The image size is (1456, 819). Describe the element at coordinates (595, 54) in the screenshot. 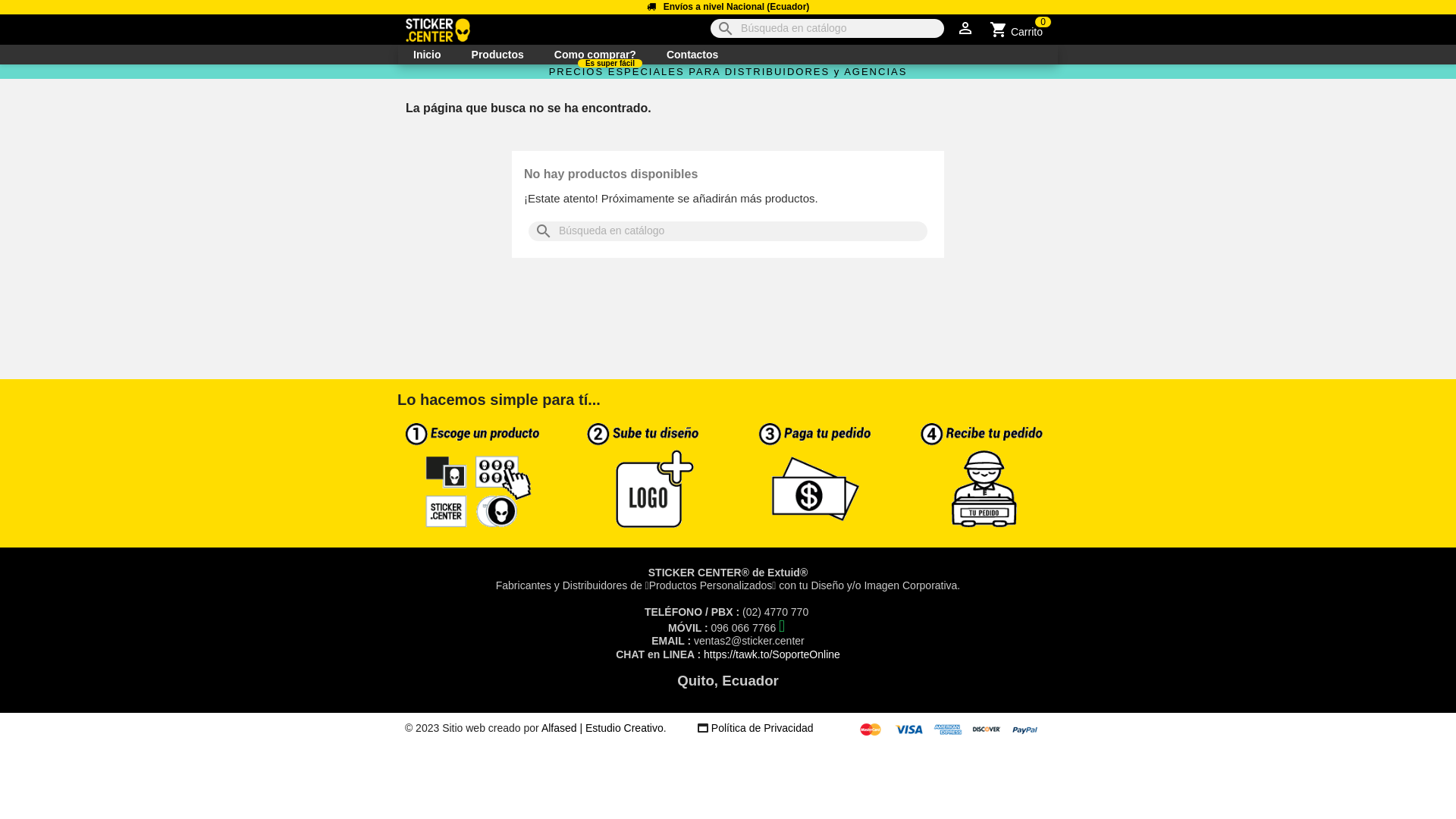

I see `'Como comprar?'` at that location.